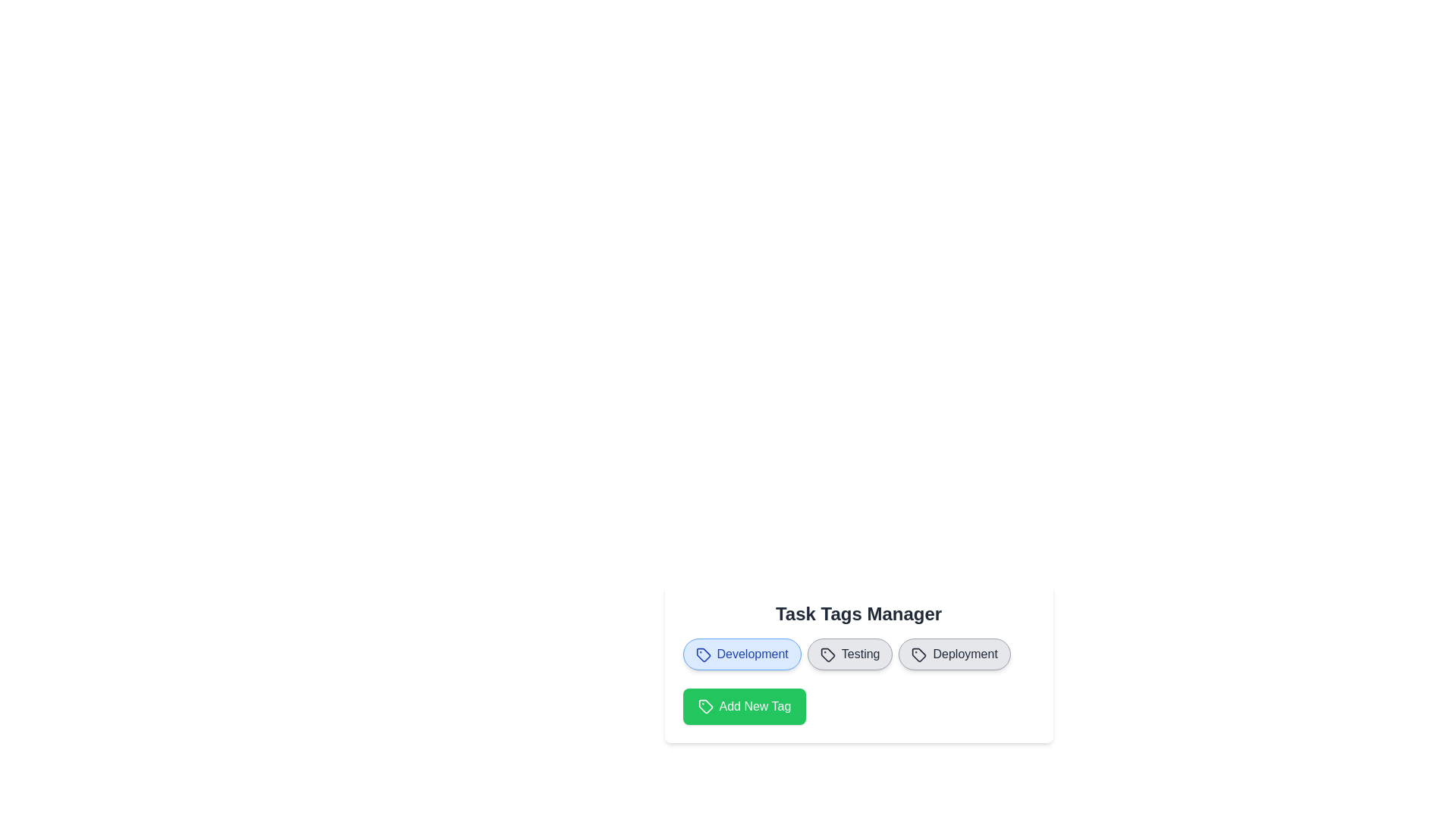 This screenshot has width=1456, height=819. I want to click on the green 'Add New Tag' button which contains the SVG graphical icon for tagging functionality, so click(704, 707).